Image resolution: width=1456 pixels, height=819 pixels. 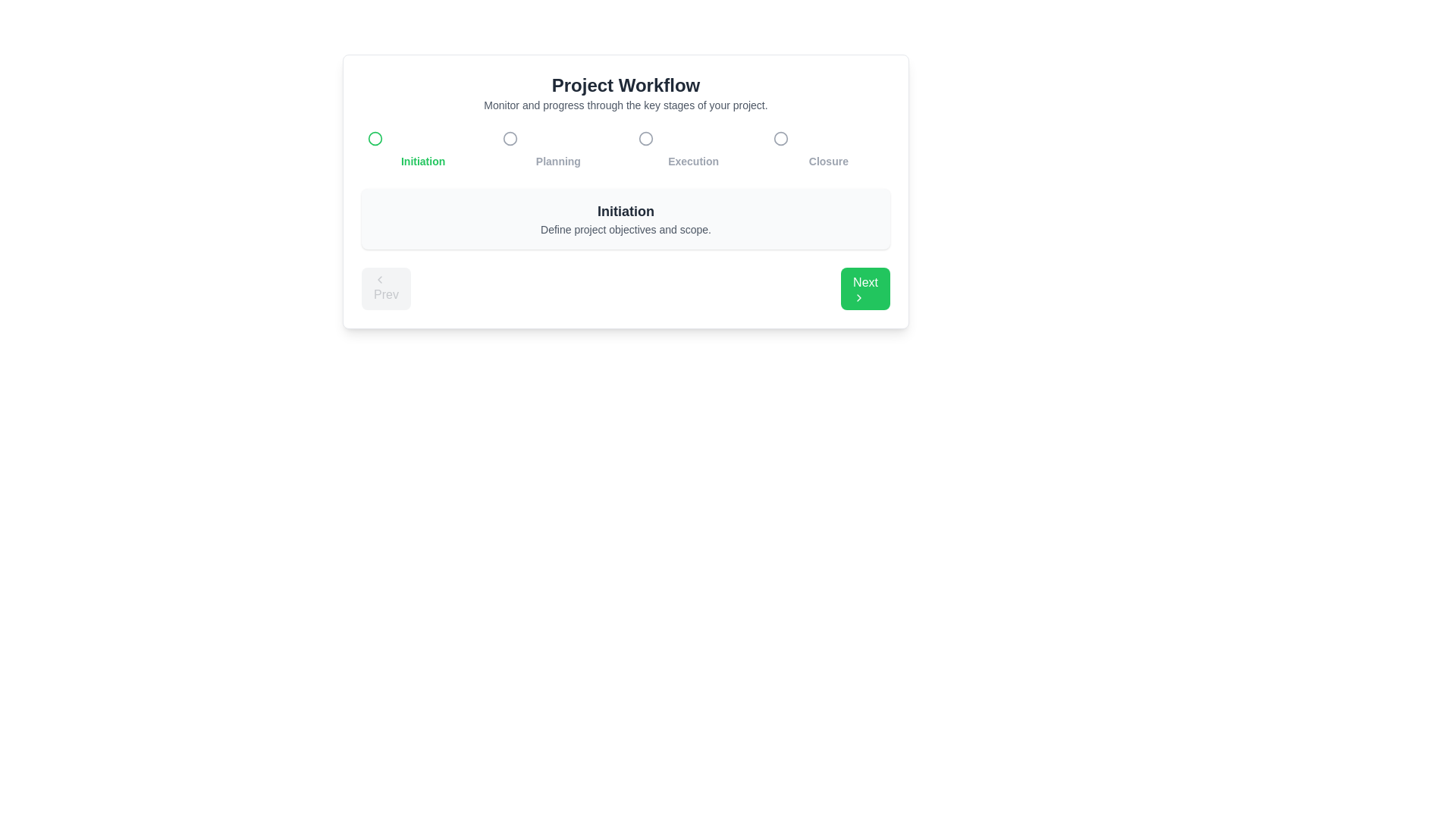 What do you see at coordinates (692, 148) in the screenshot?
I see `the milestone titled Execution by clicking on its title` at bounding box center [692, 148].